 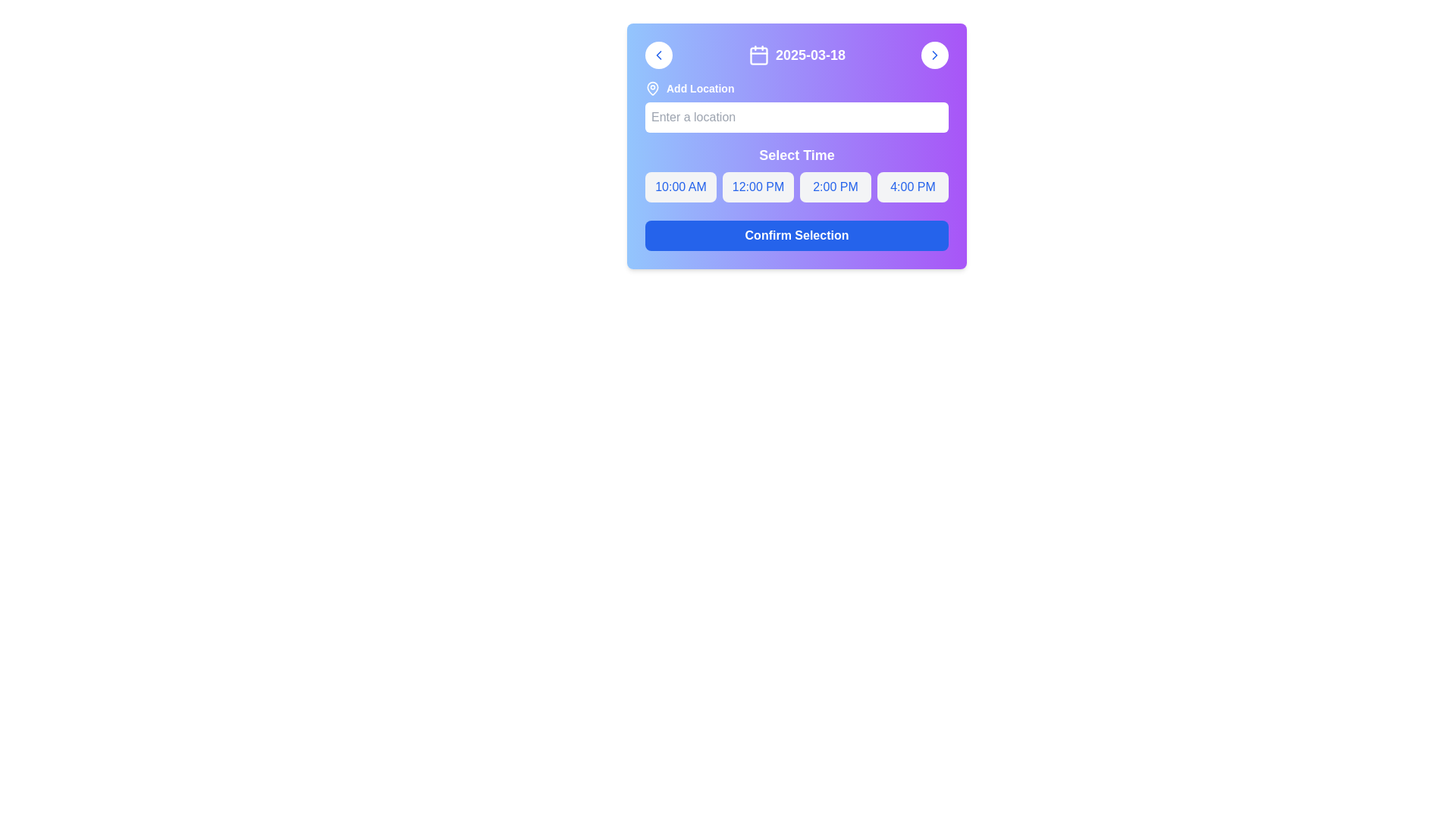 What do you see at coordinates (699, 88) in the screenshot?
I see `the 'Add Location' text label, which is displayed in bold white font on a gradient blue-to-purple background, located in the top-middle section of the interface` at bounding box center [699, 88].